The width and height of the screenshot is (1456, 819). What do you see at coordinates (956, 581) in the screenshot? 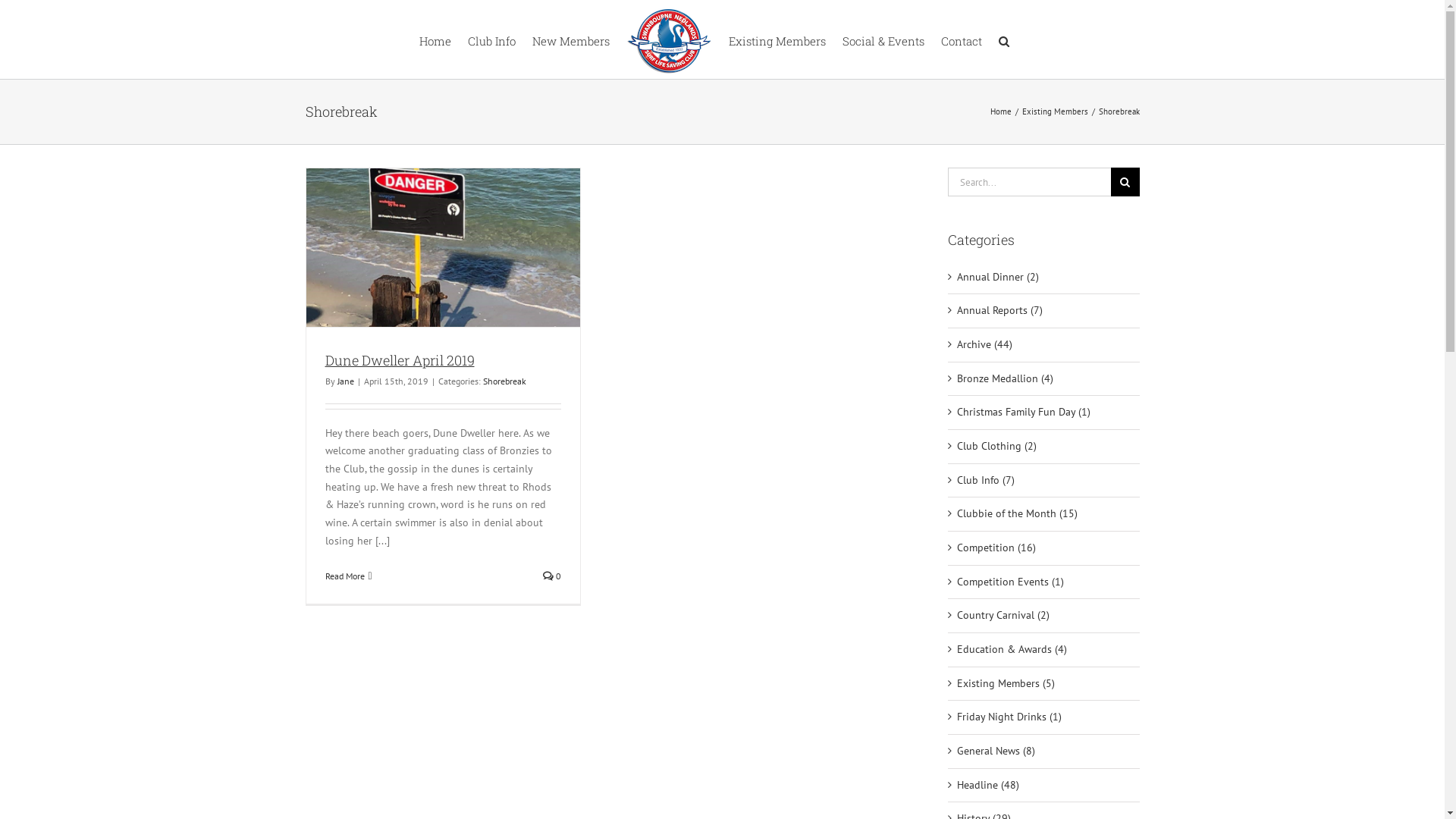
I see `'Competition Events (1)'` at bounding box center [956, 581].